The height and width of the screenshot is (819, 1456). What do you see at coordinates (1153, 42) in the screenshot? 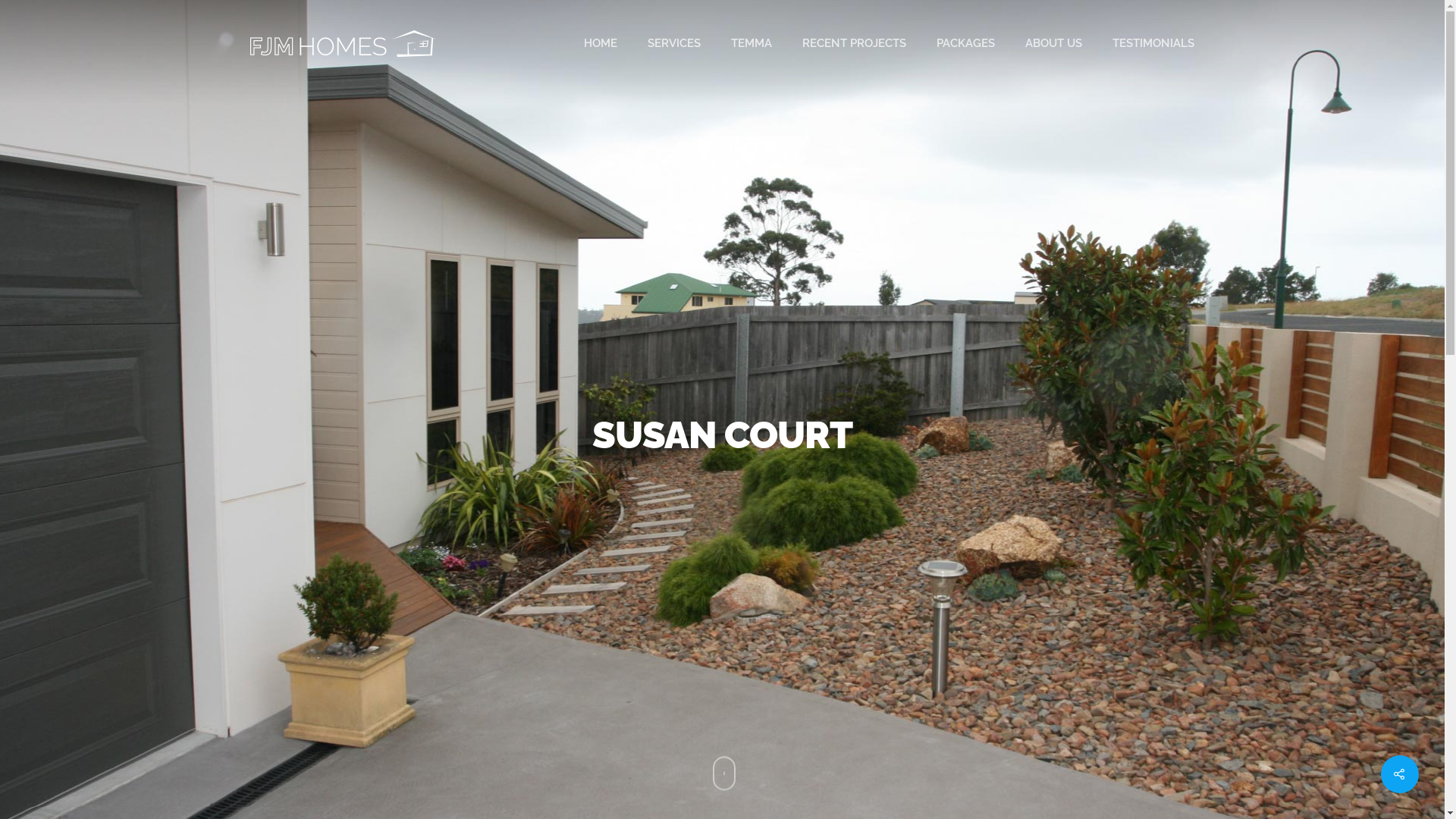
I see `'TESTIMONIALS'` at bounding box center [1153, 42].